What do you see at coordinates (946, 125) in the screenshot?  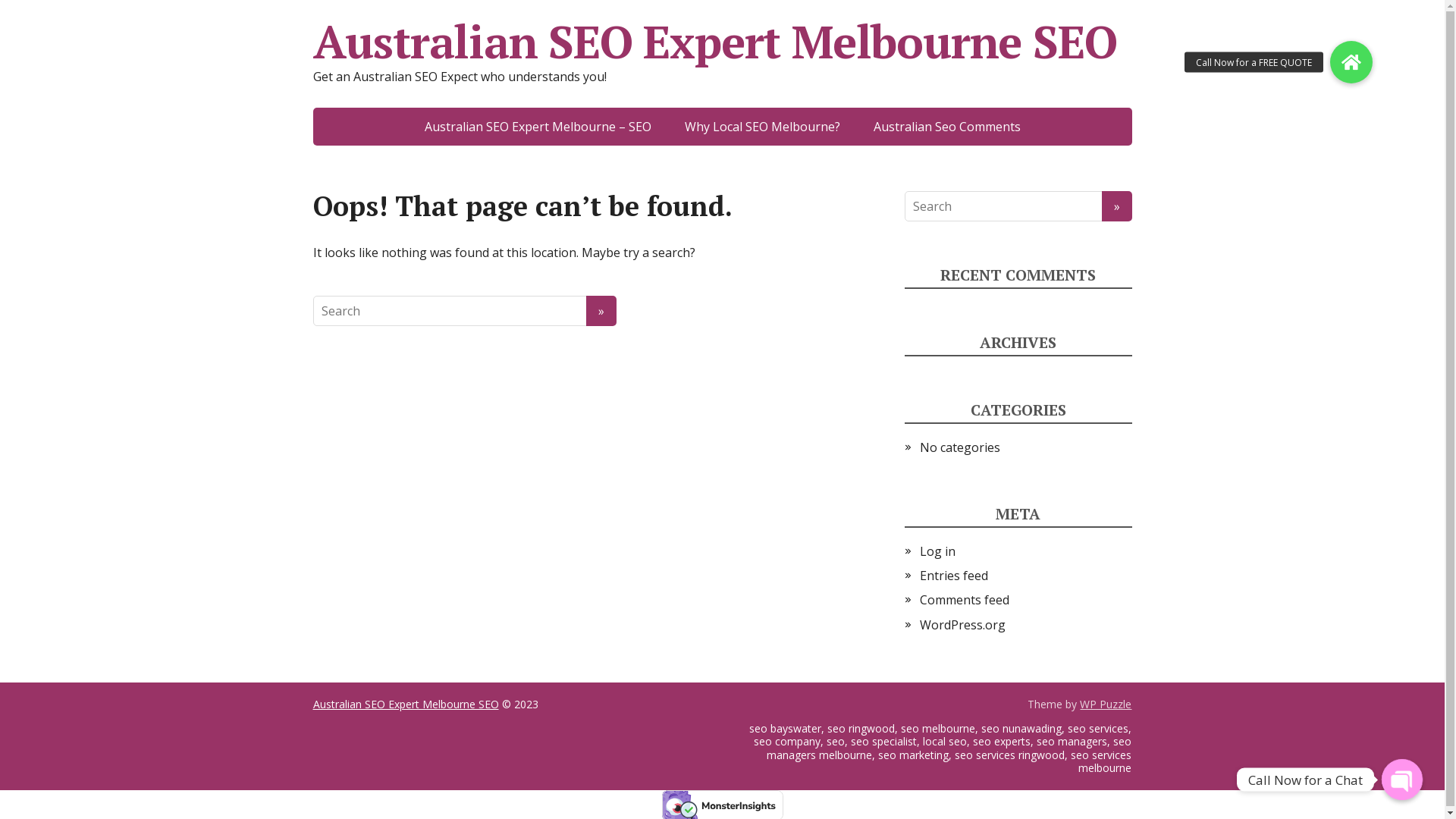 I see `'Australian Seo Comments'` at bounding box center [946, 125].